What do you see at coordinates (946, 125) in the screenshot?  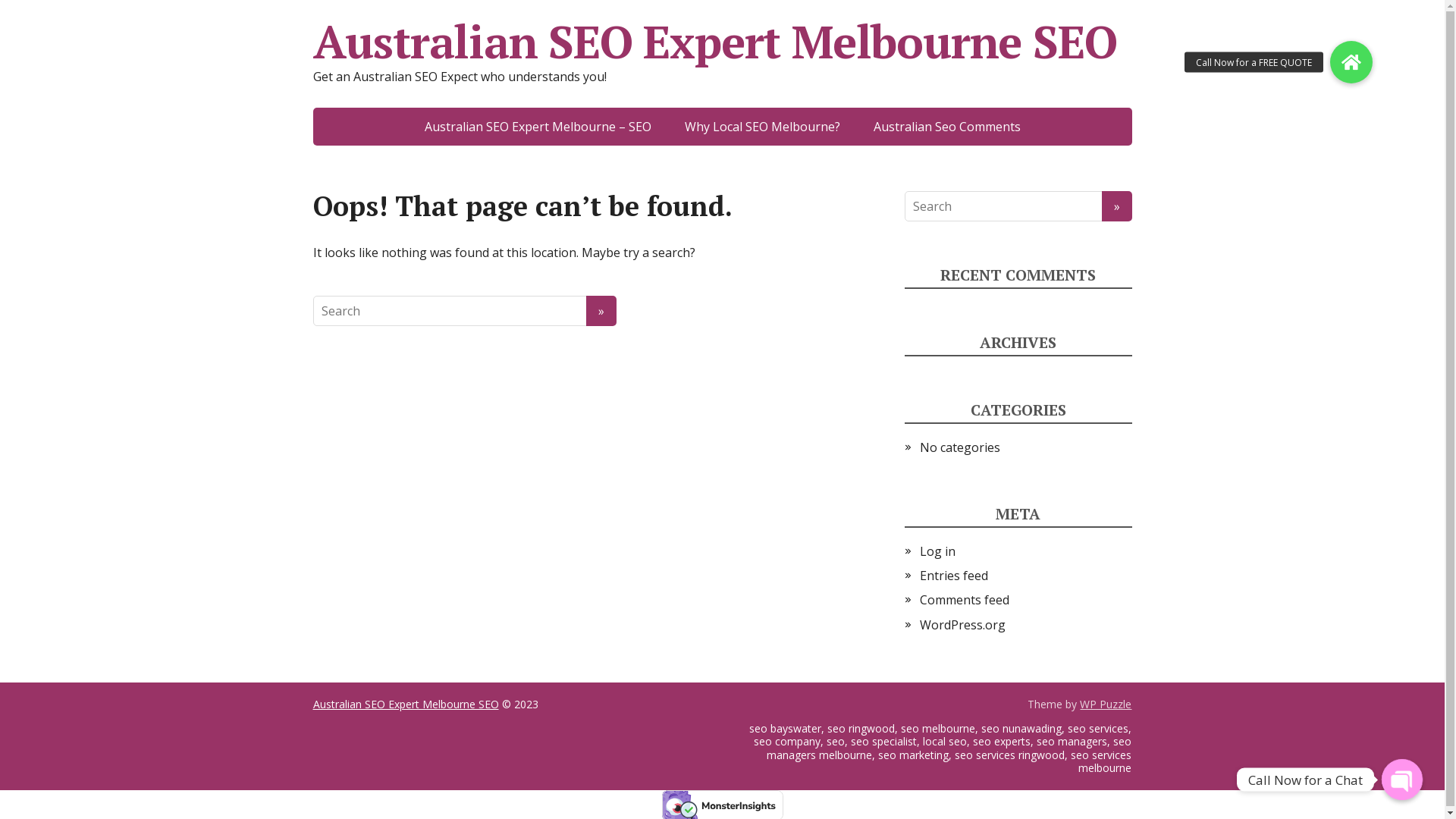 I see `'Australian Seo Comments'` at bounding box center [946, 125].